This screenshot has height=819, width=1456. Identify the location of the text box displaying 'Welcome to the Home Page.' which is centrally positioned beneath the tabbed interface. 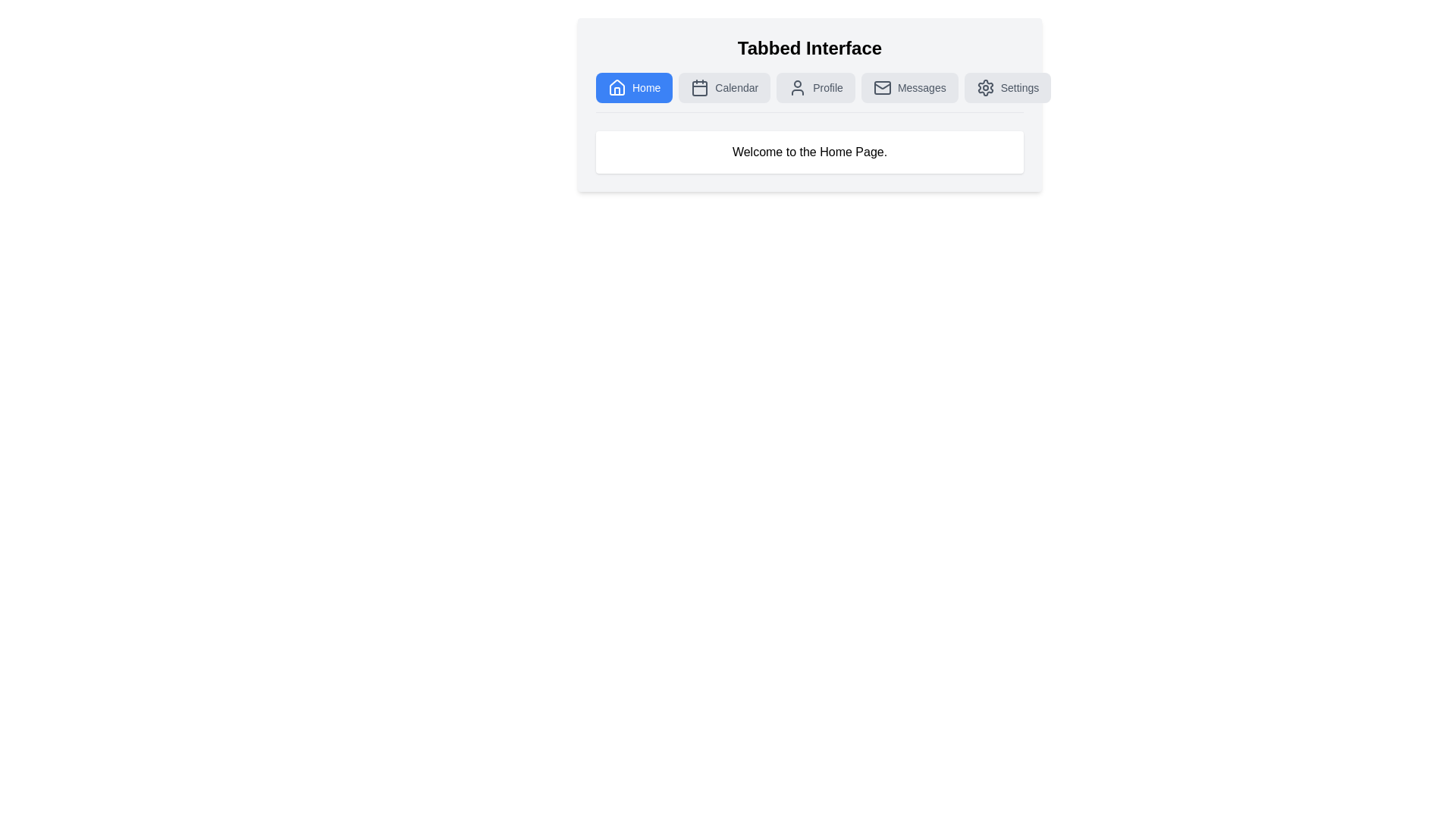
(809, 152).